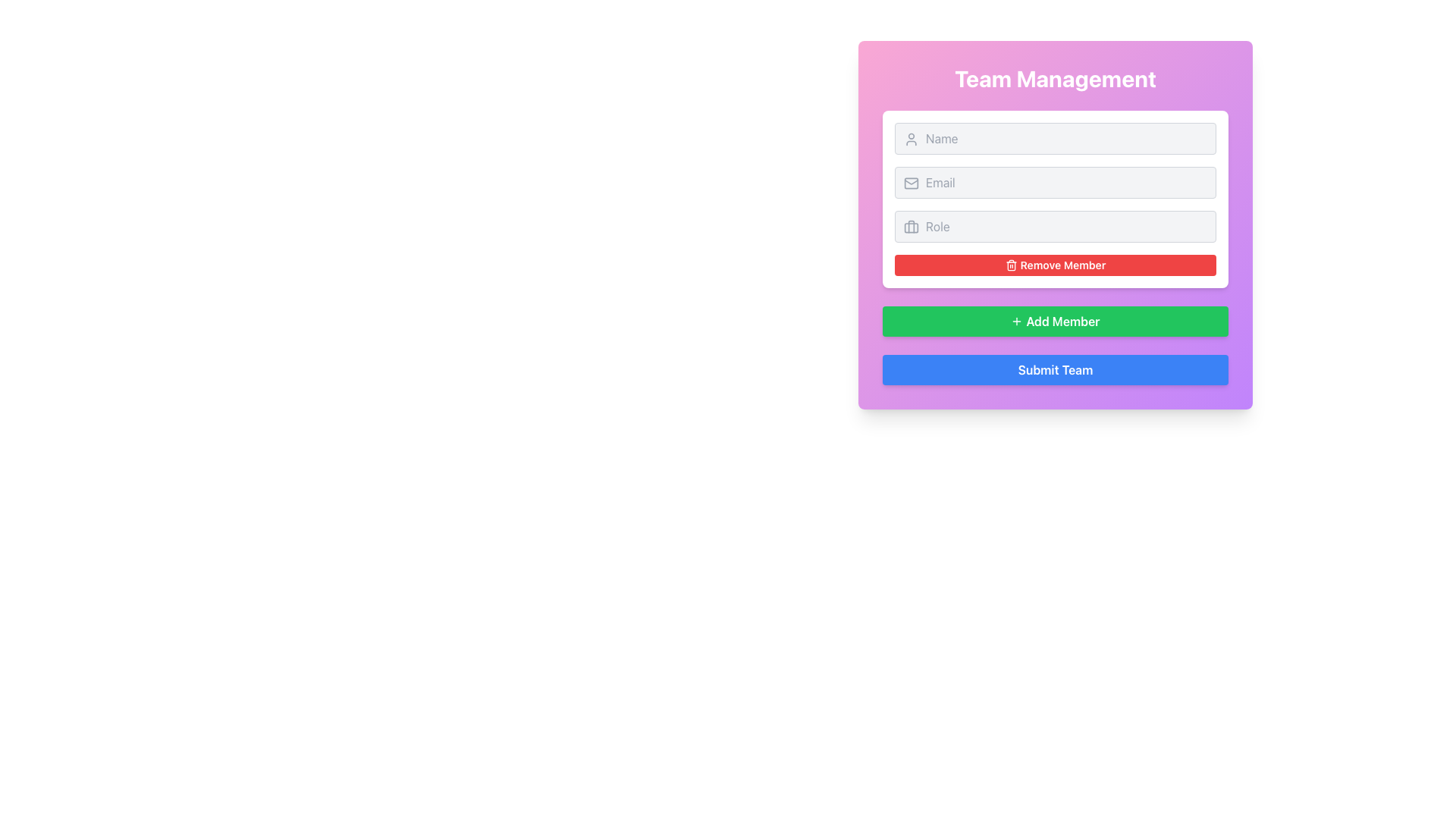 The height and width of the screenshot is (819, 1456). I want to click on the prominent red 'Remove Member' button located below the input fields in the 'Team Management' card to initiate the removal action, so click(1055, 265).